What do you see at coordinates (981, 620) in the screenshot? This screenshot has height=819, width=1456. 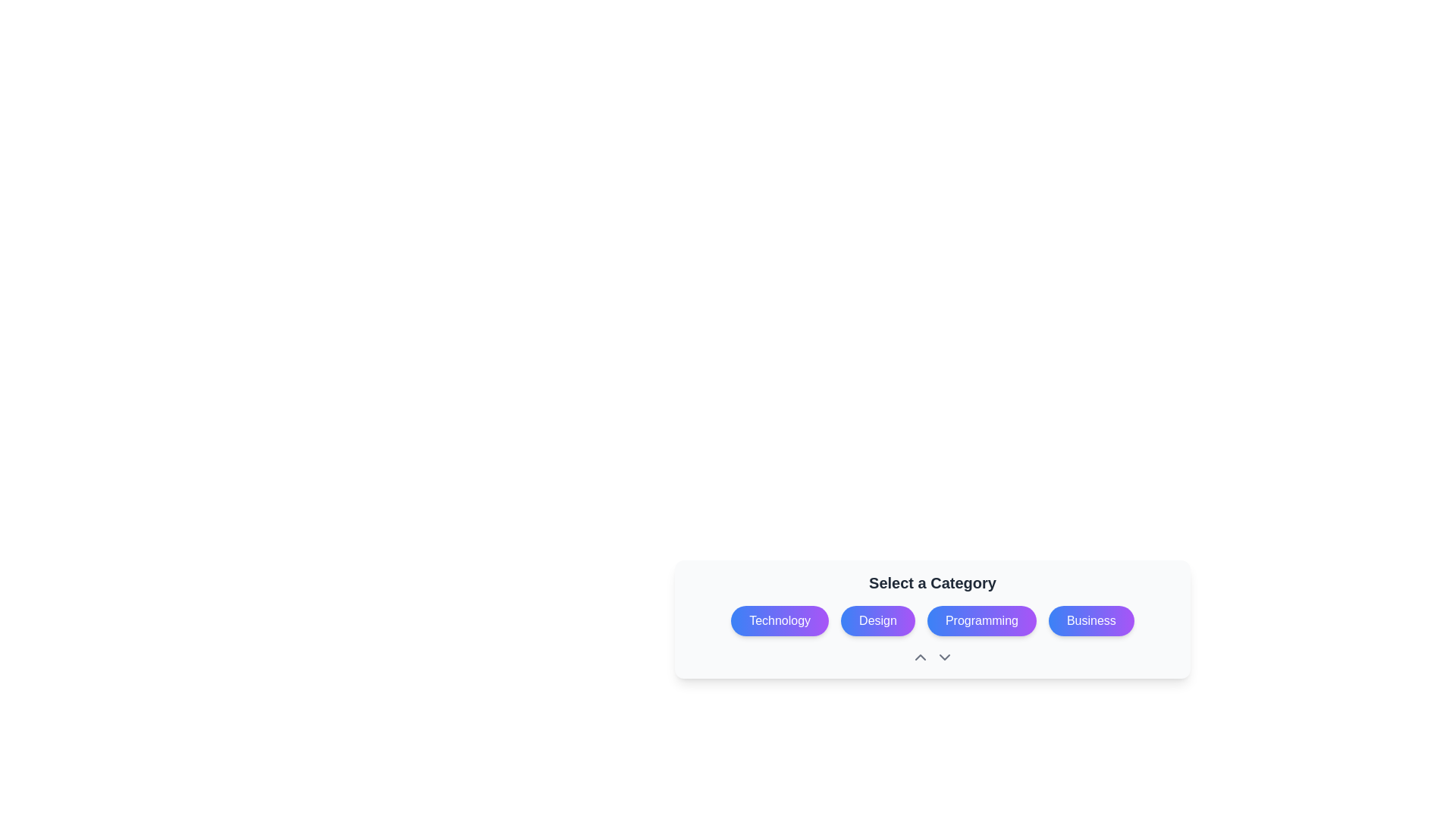 I see `the 'Programming' button with rounded edges for keyboard interaction` at bounding box center [981, 620].